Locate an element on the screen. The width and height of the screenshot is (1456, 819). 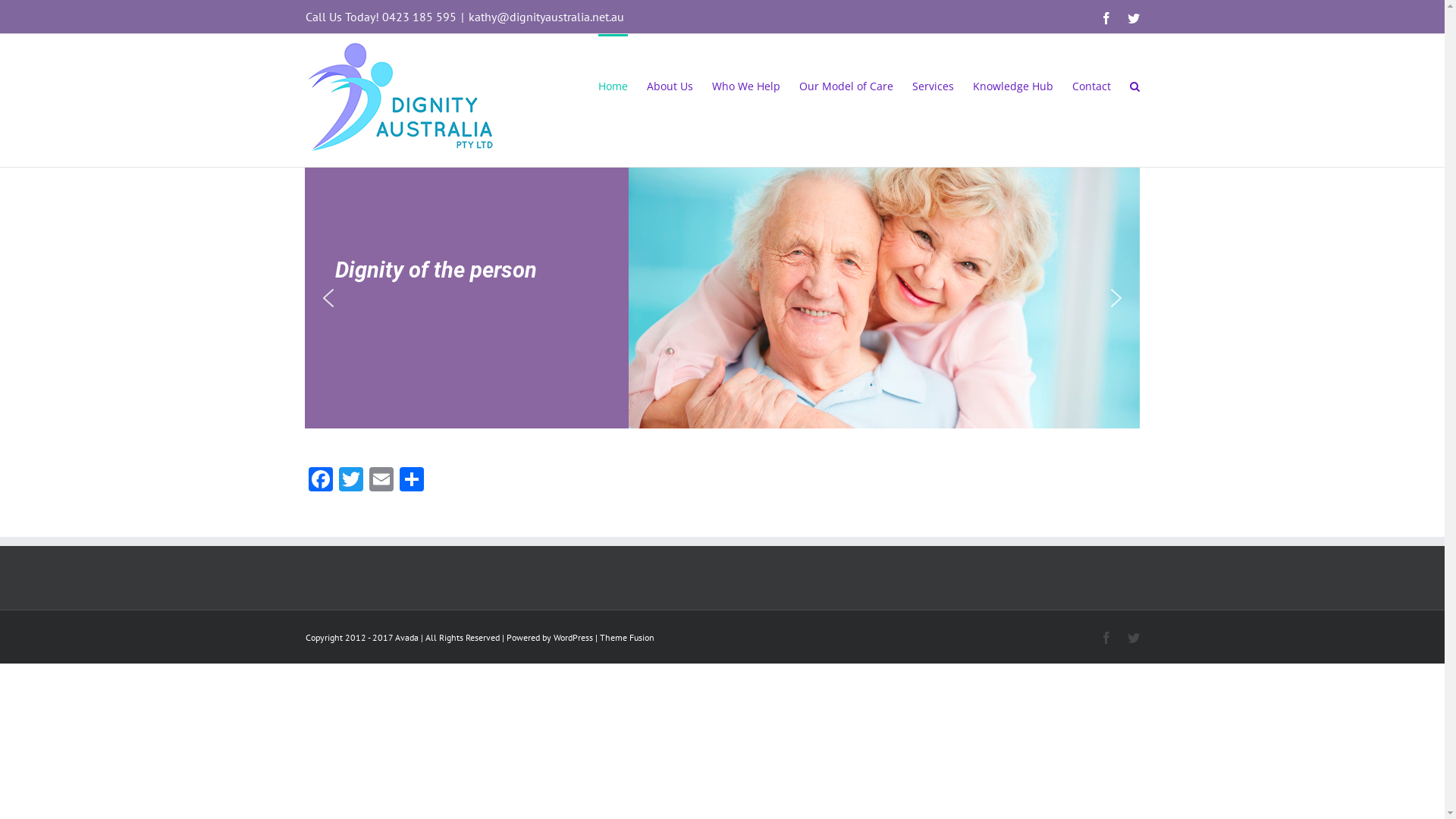
'Facebook' is located at coordinates (319, 480).